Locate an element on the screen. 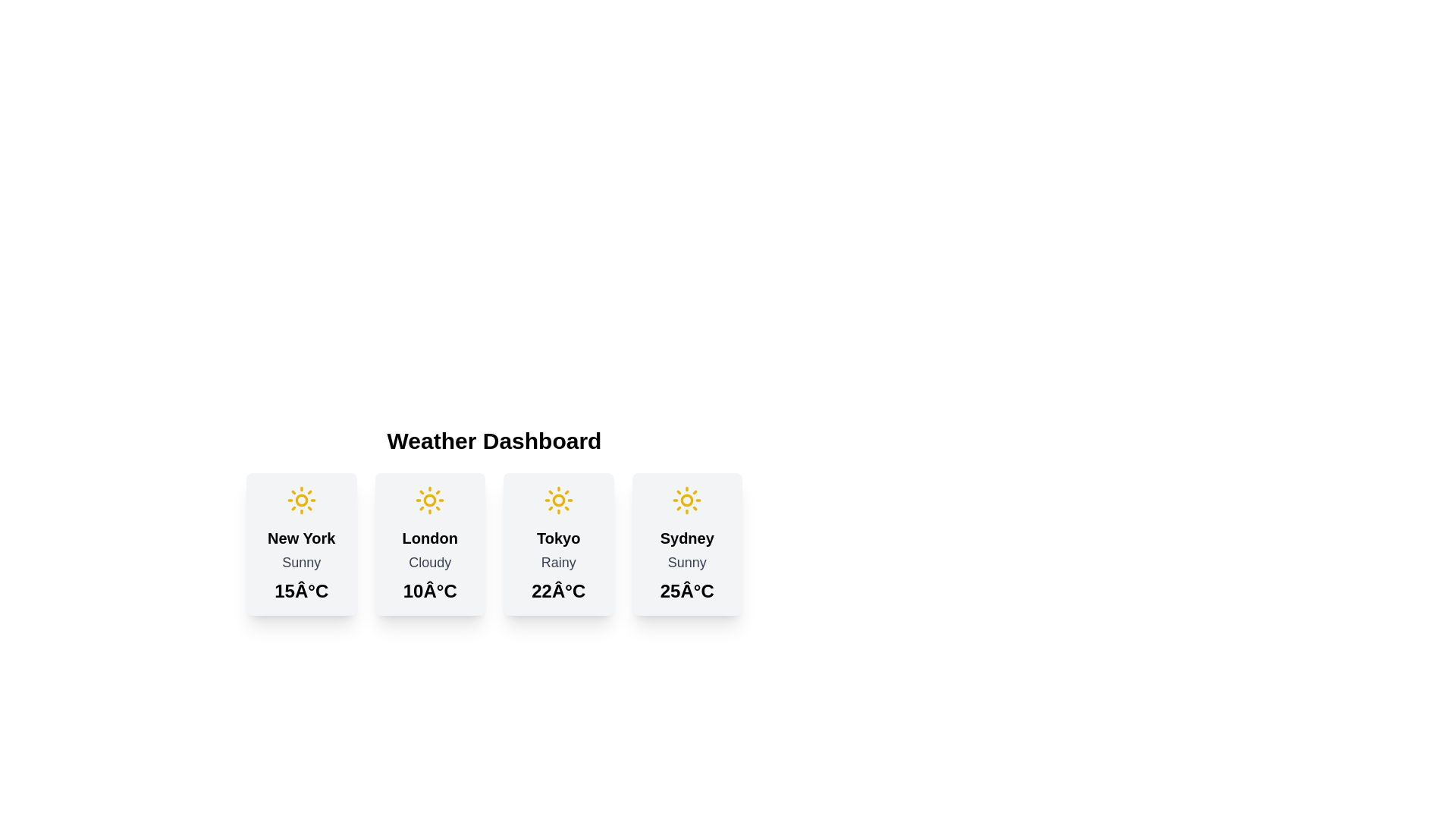 The image size is (1456, 819). the text label displaying the temperature '15Â°C' at the bottom center of the weather card for 'New York' is located at coordinates (301, 590).